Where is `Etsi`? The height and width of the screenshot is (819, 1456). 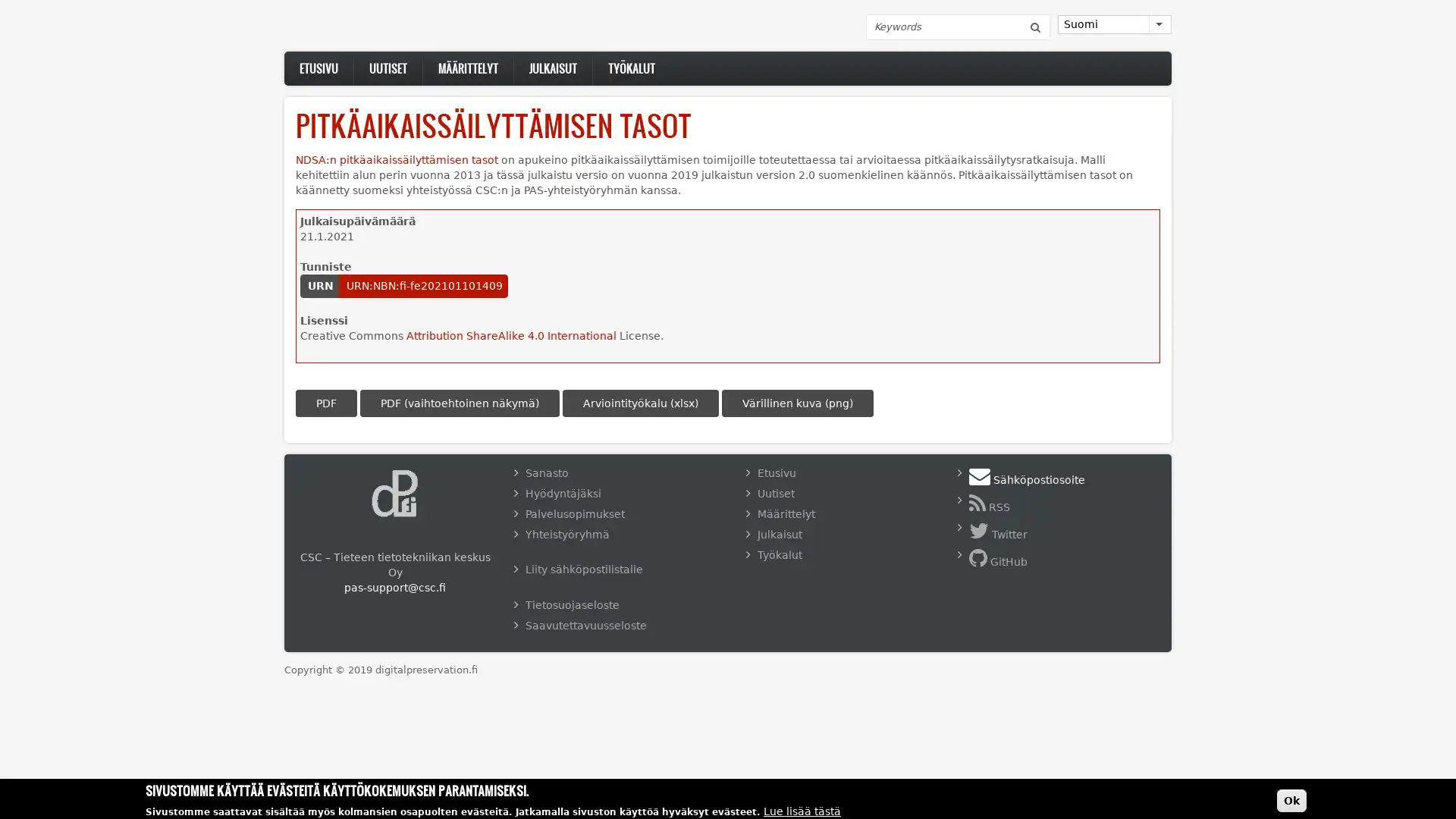
Etsi is located at coordinates (1035, 27).